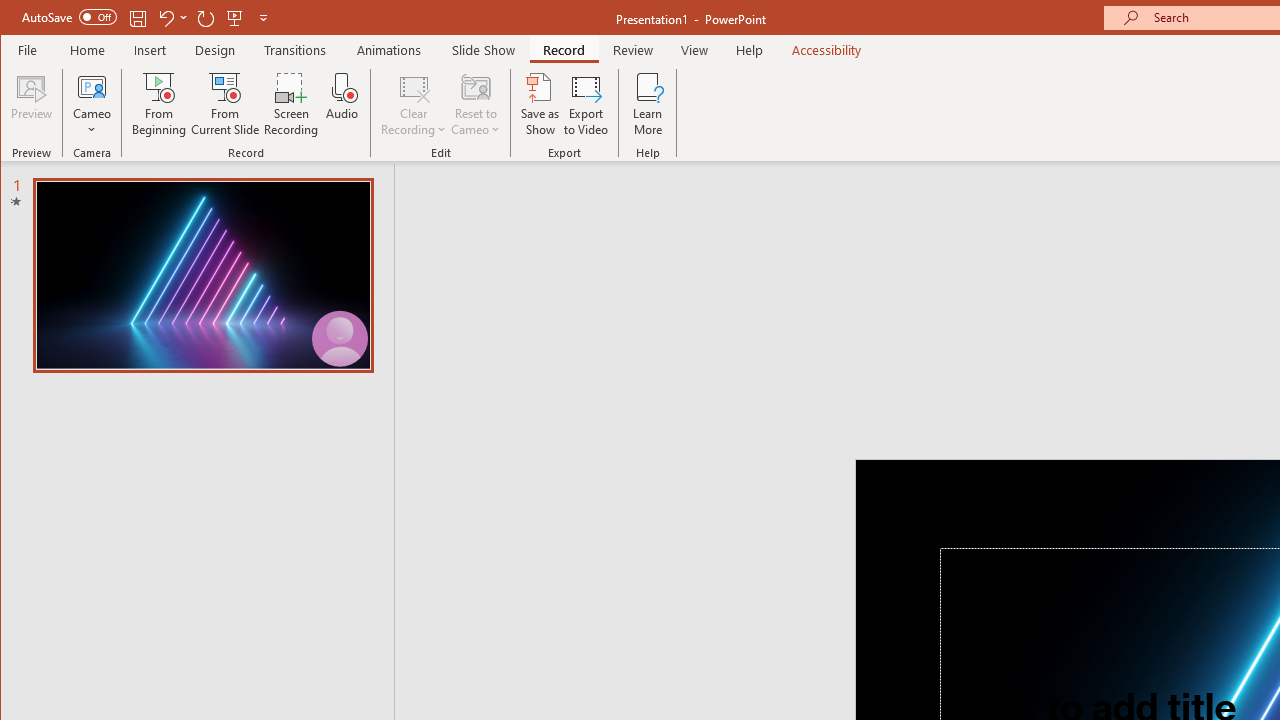  I want to click on 'Save as Show', so click(540, 104).